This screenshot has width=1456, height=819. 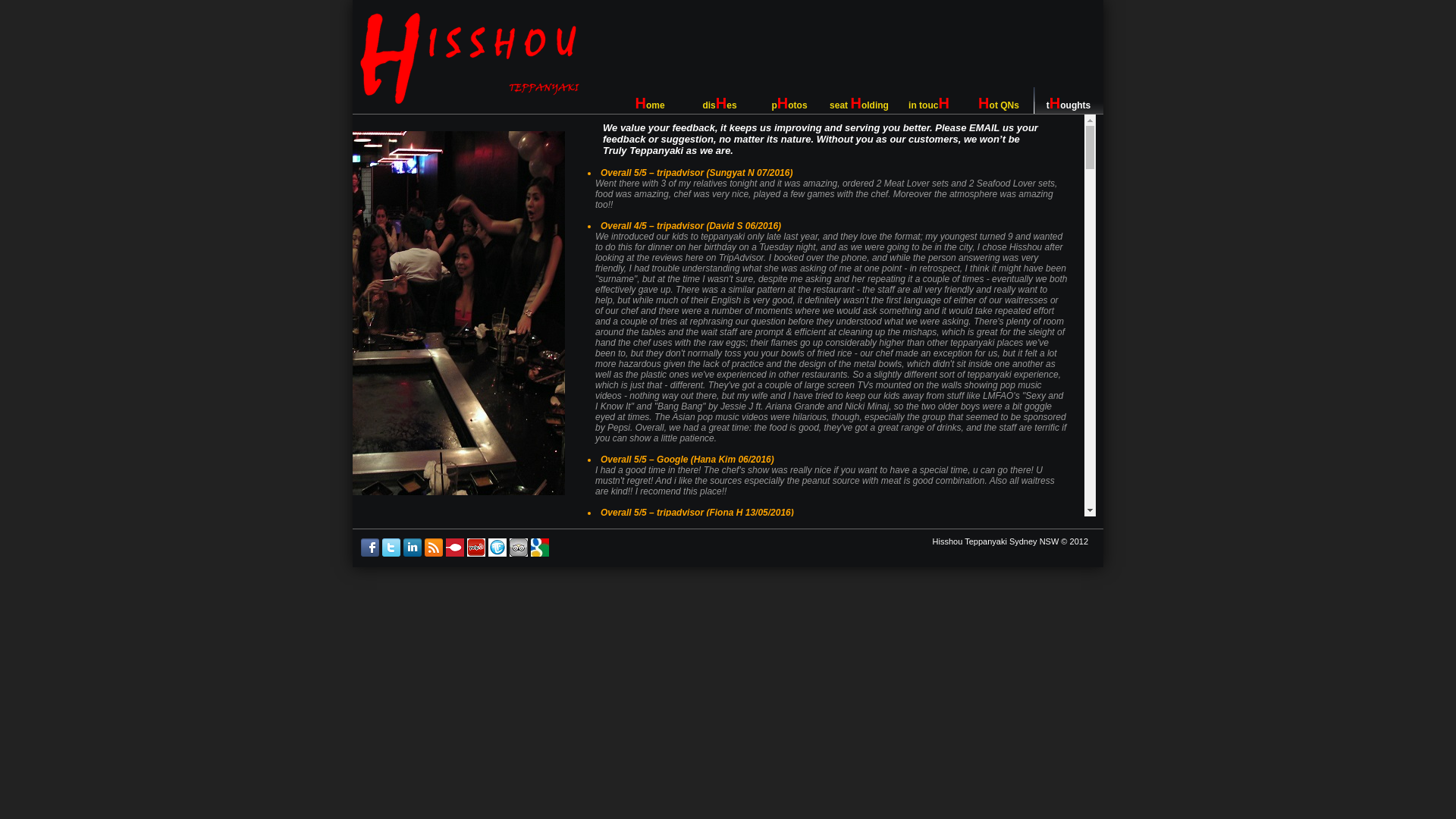 What do you see at coordinates (475, 553) in the screenshot?
I see `'yelp'` at bounding box center [475, 553].